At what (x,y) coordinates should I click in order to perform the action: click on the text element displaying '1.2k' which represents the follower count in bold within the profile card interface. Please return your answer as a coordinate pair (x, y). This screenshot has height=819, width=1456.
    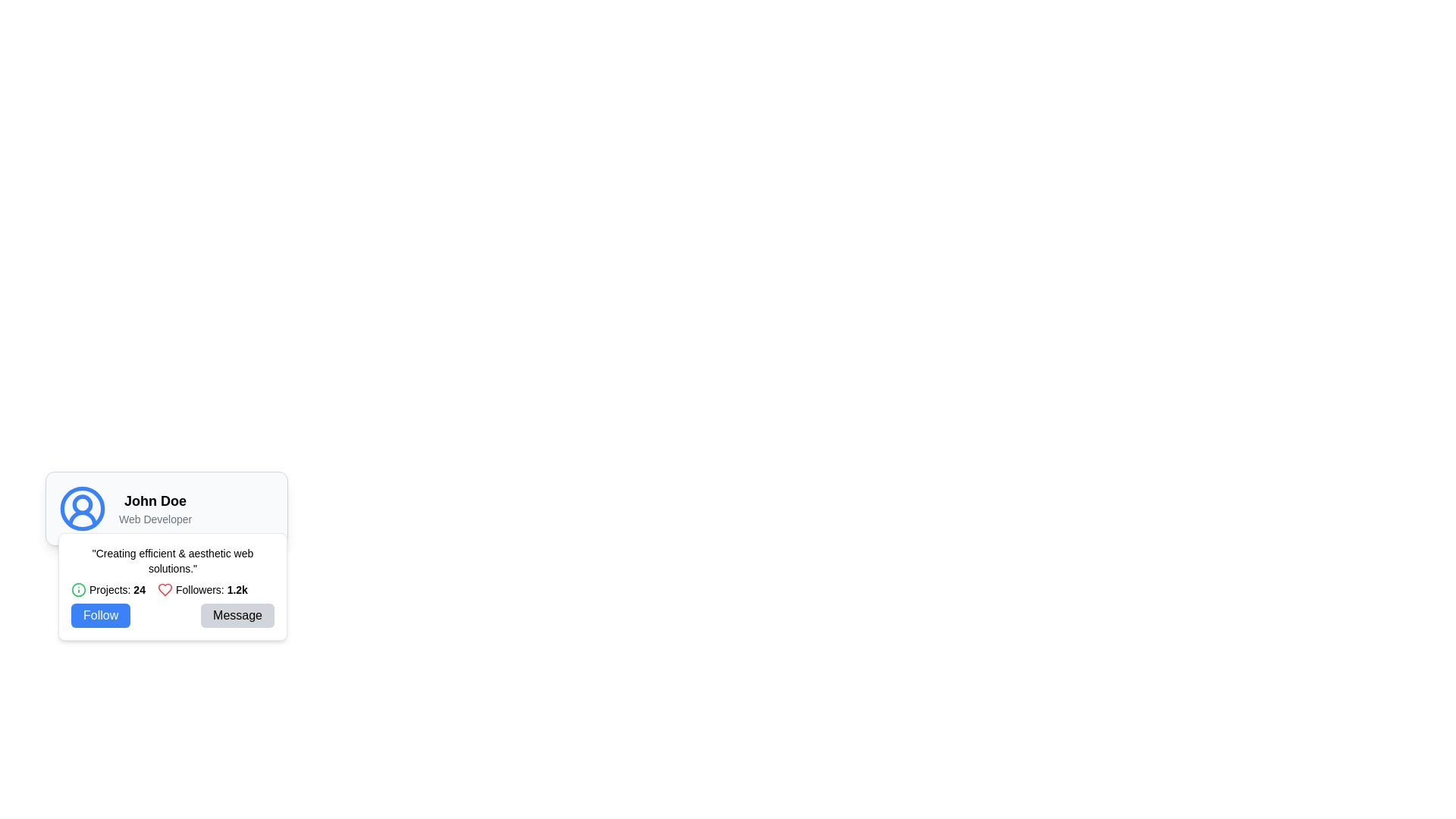
    Looking at the image, I should click on (237, 589).